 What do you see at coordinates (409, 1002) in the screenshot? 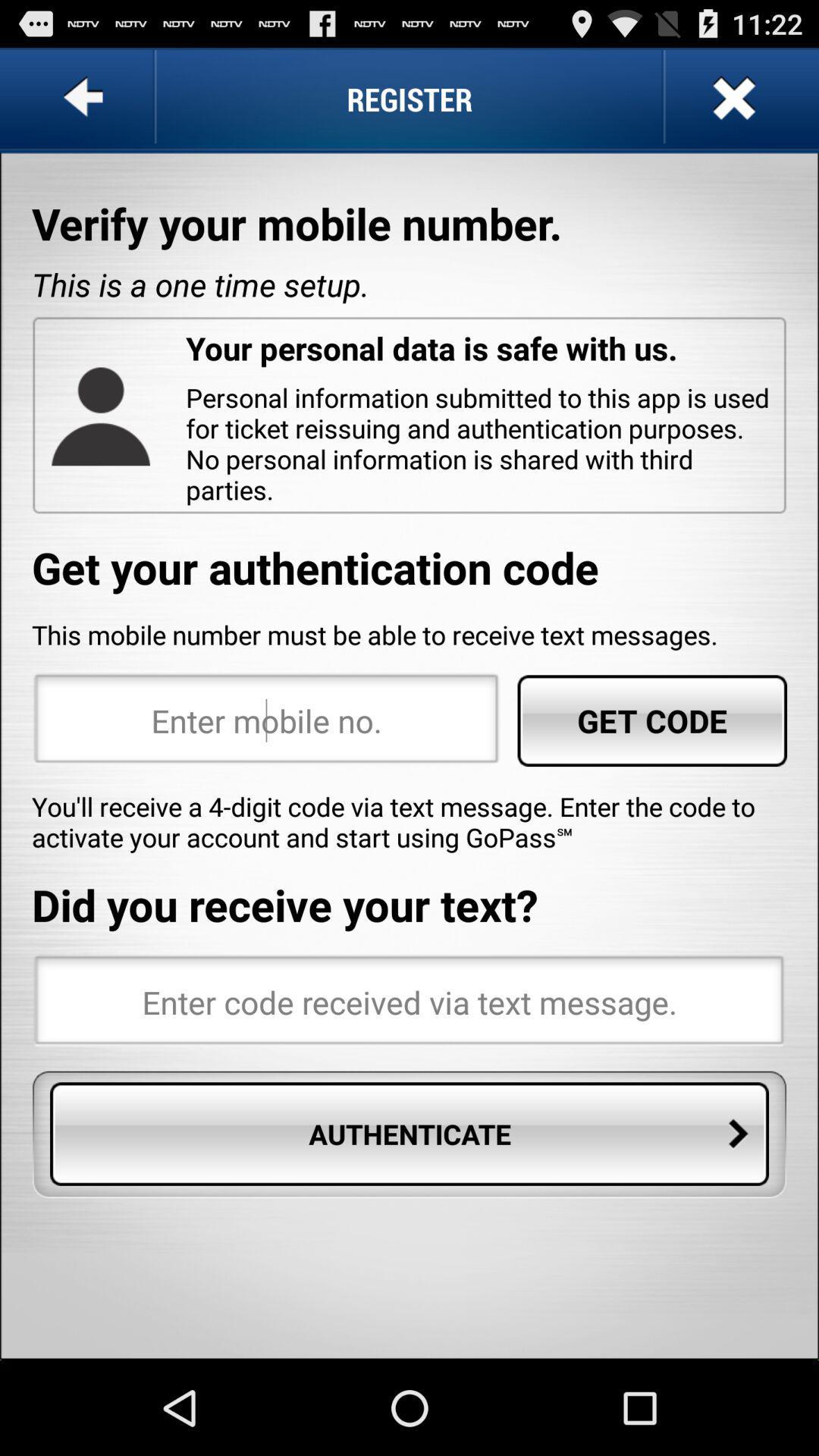
I see `code` at bounding box center [409, 1002].